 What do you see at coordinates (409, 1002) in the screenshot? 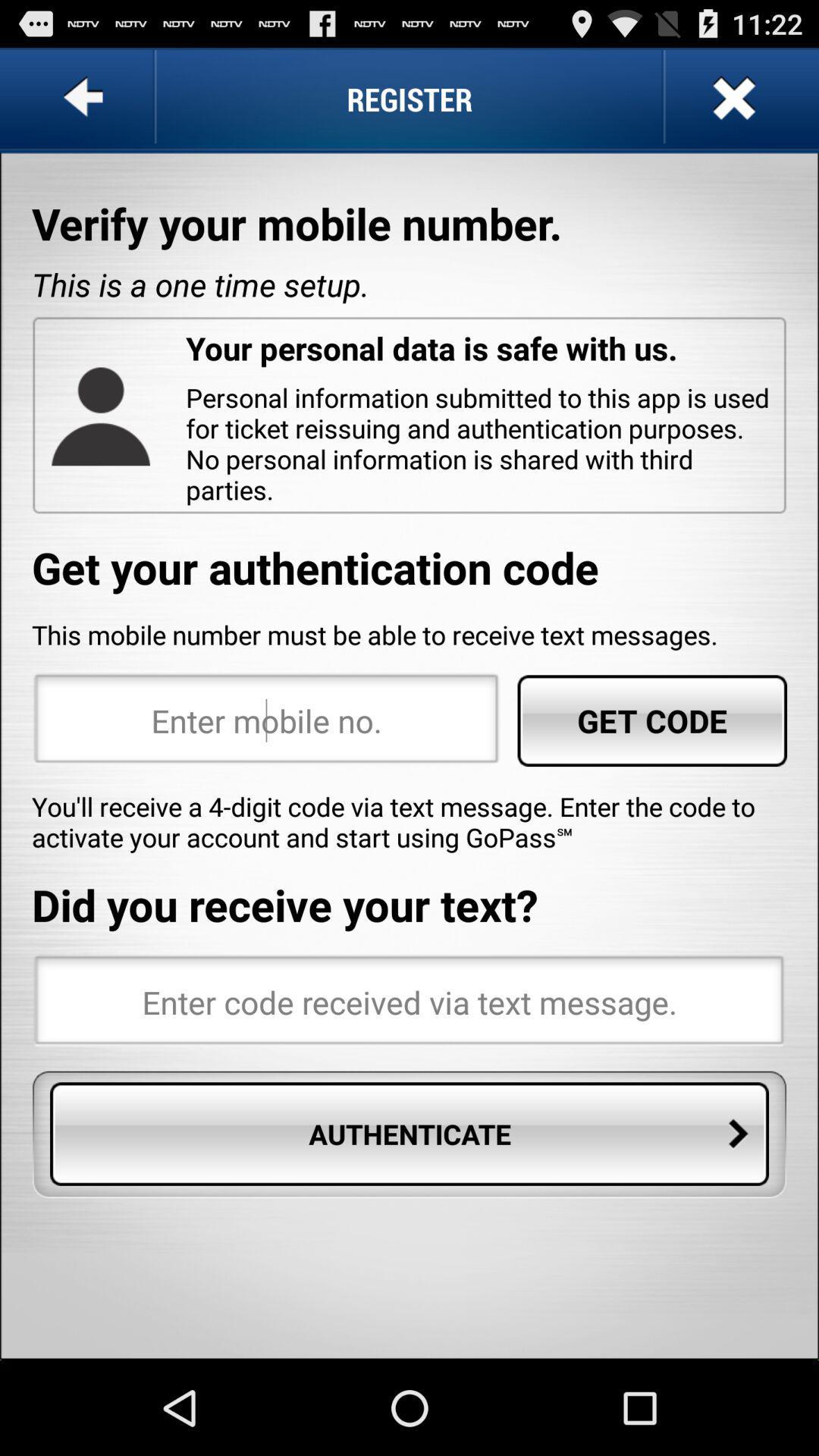
I see `code` at bounding box center [409, 1002].